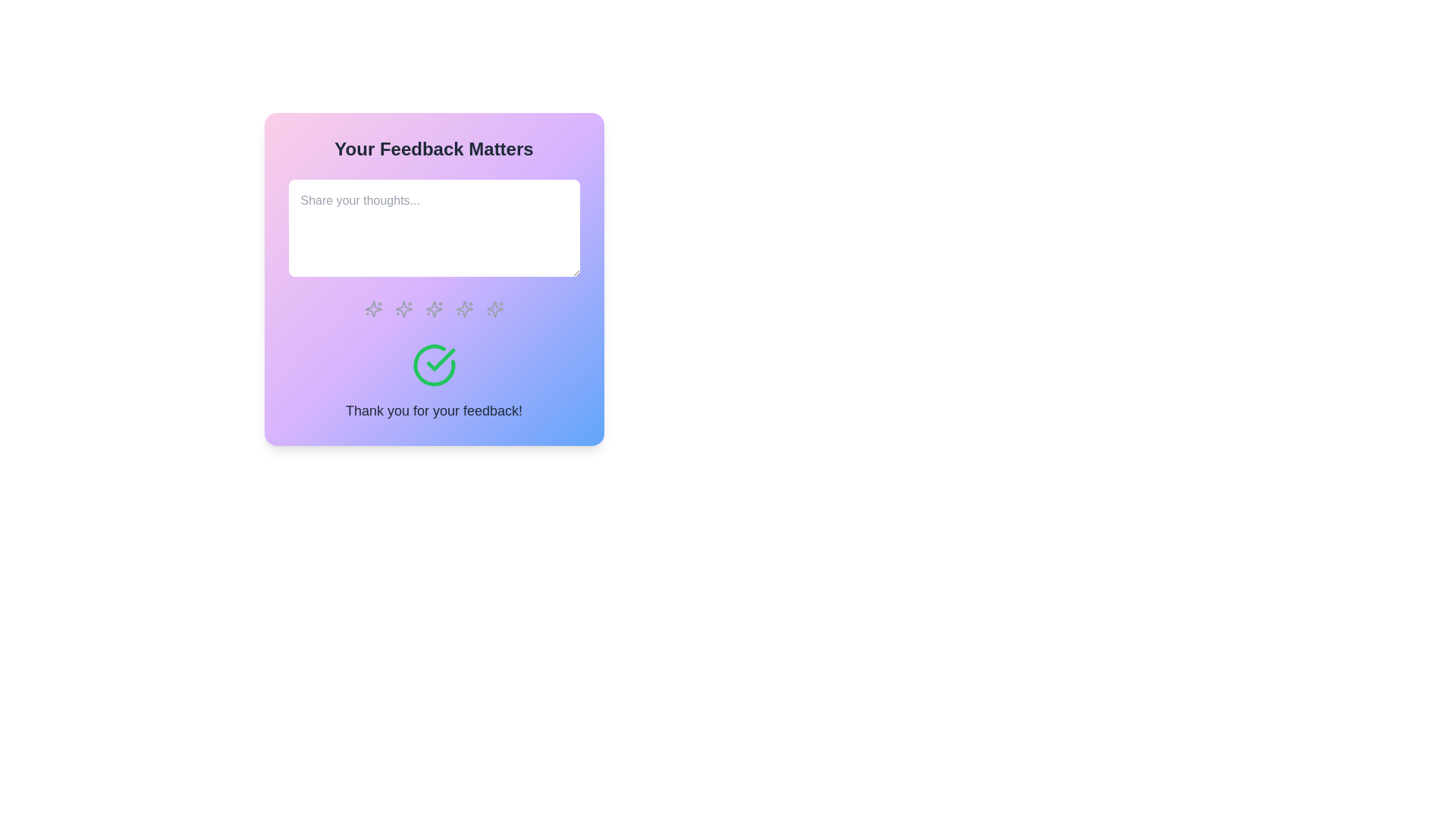 The image size is (1456, 819). I want to click on the green checkmark icon located inside a green circle, positioned in the lower portion of the interface, below the star icons and above the 'Thank you for your feedback!' text, so click(440, 359).